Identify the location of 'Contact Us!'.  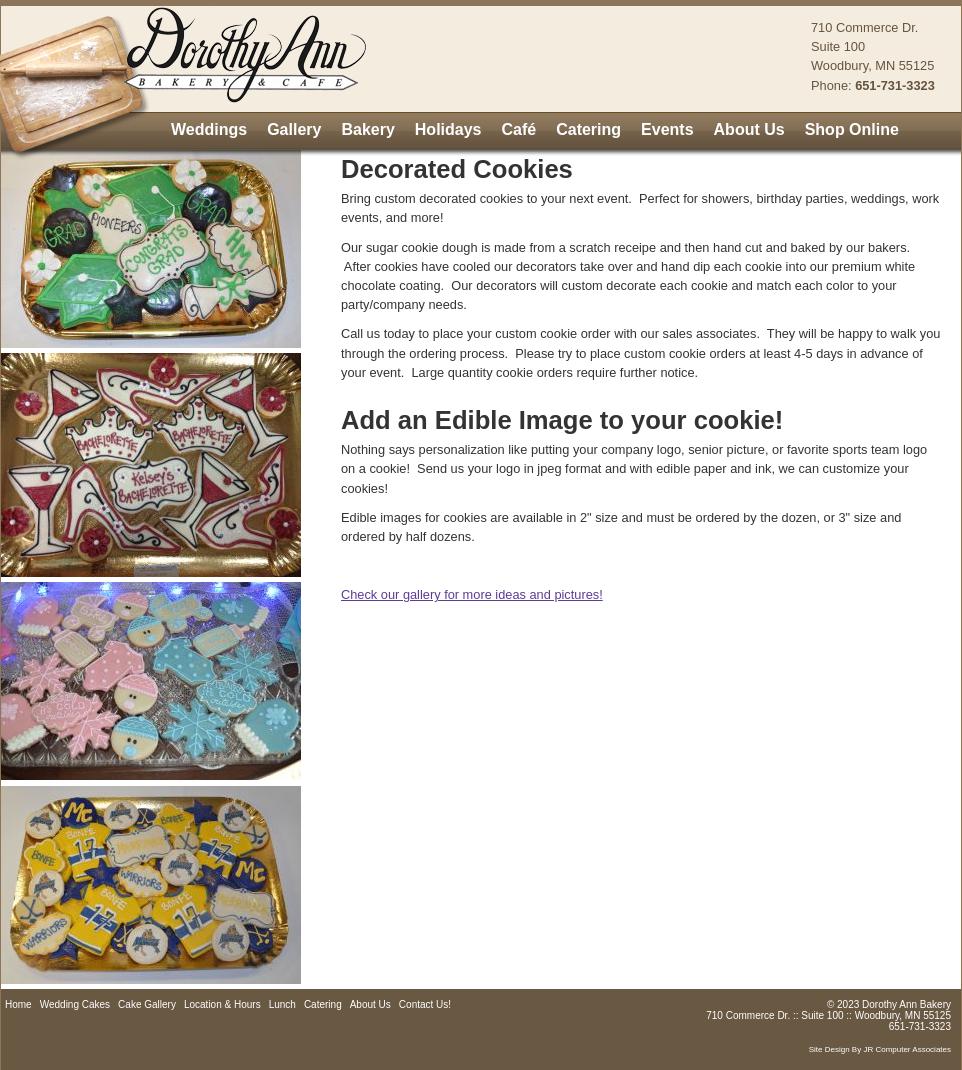
(423, 1003).